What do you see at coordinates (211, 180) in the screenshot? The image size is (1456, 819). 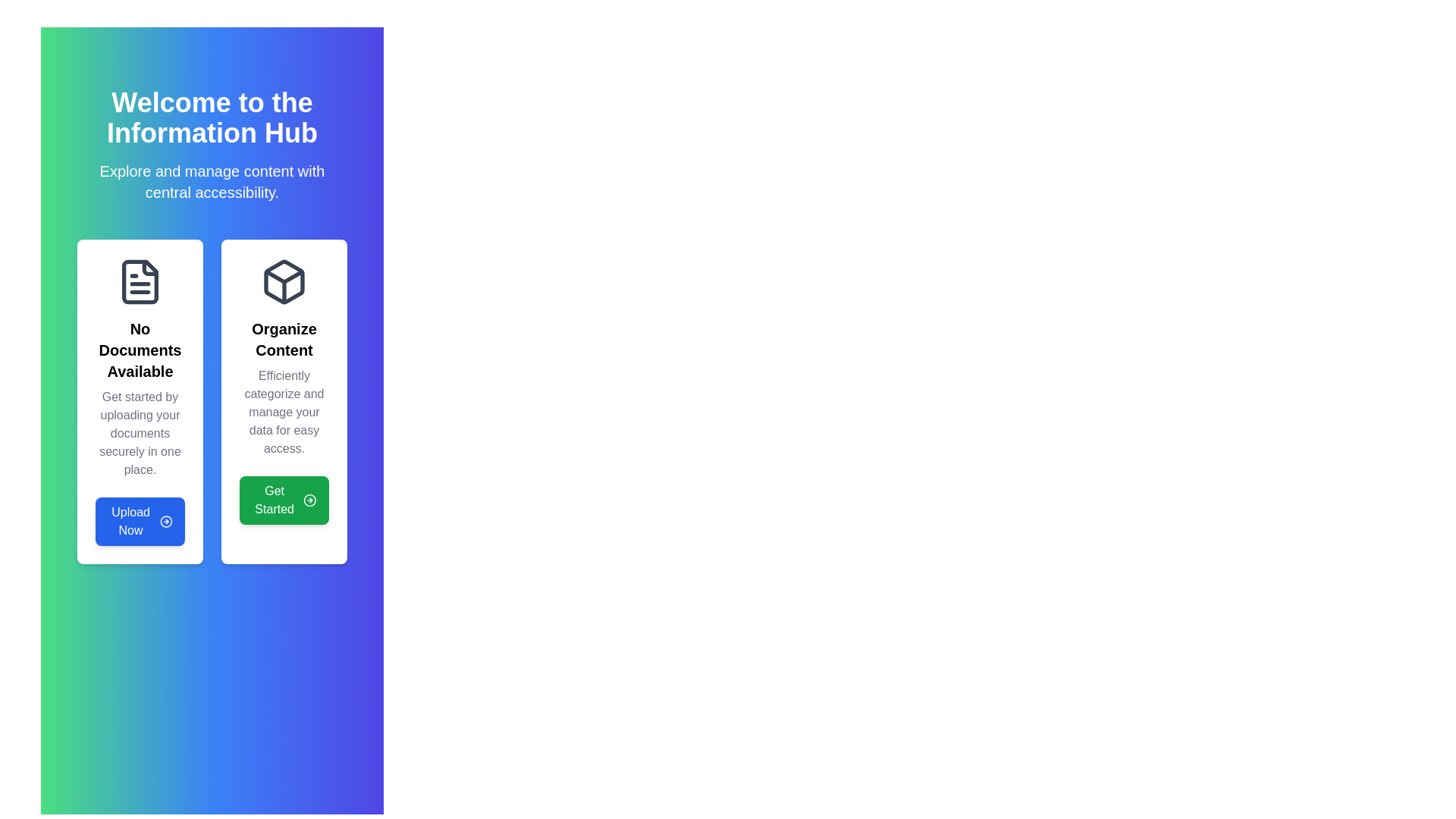 I see `the static text block that displays 'Explore and manage content with central accessibility.' which is styled with a larger font size and white color, located below the main heading 'Welcome to the Information Hub'` at bounding box center [211, 180].